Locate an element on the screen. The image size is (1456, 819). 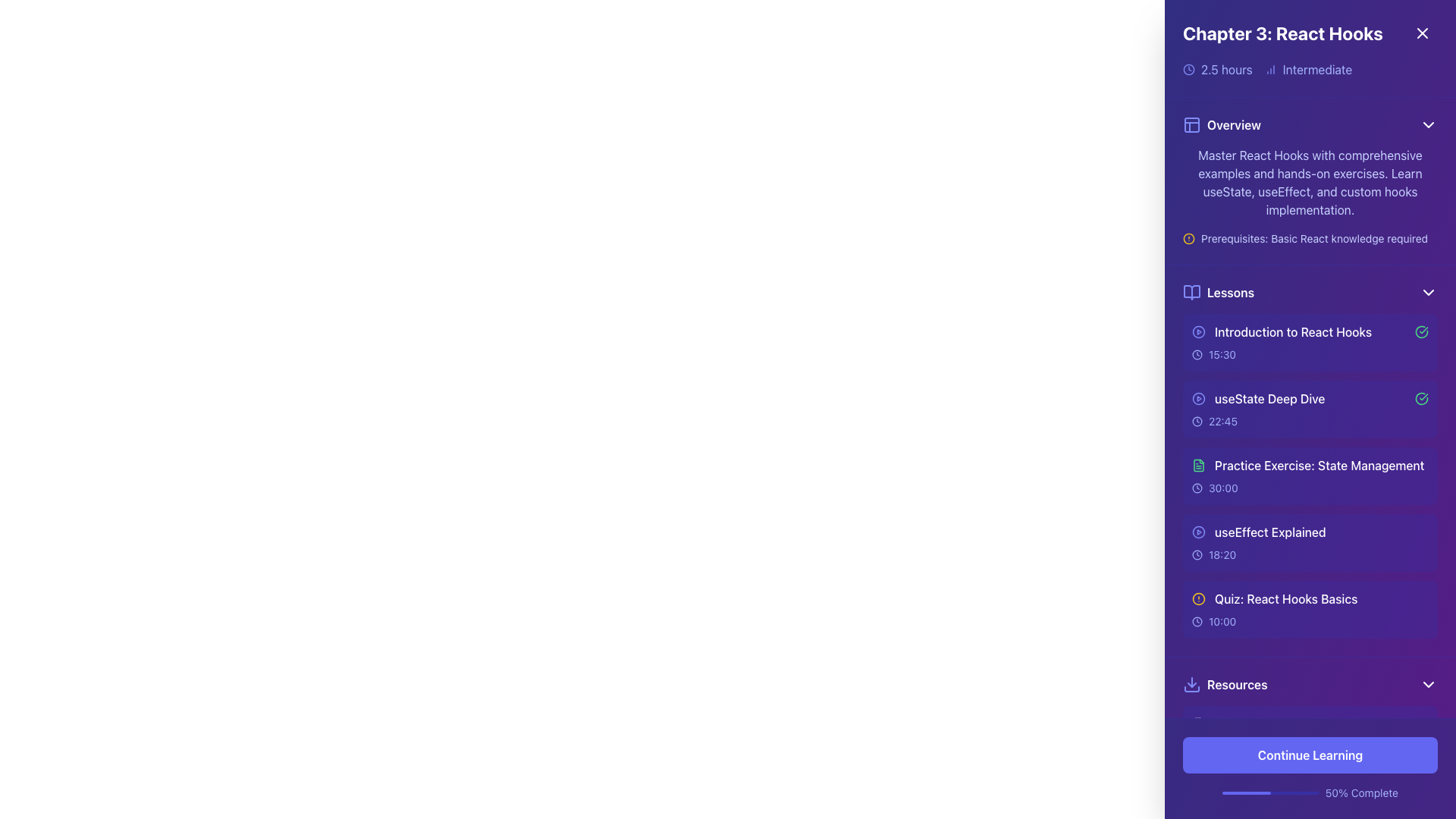
the text label that displays 'Resources', which is styled in bold and positioned next to a download icon on a purple background is located at coordinates (1237, 684).